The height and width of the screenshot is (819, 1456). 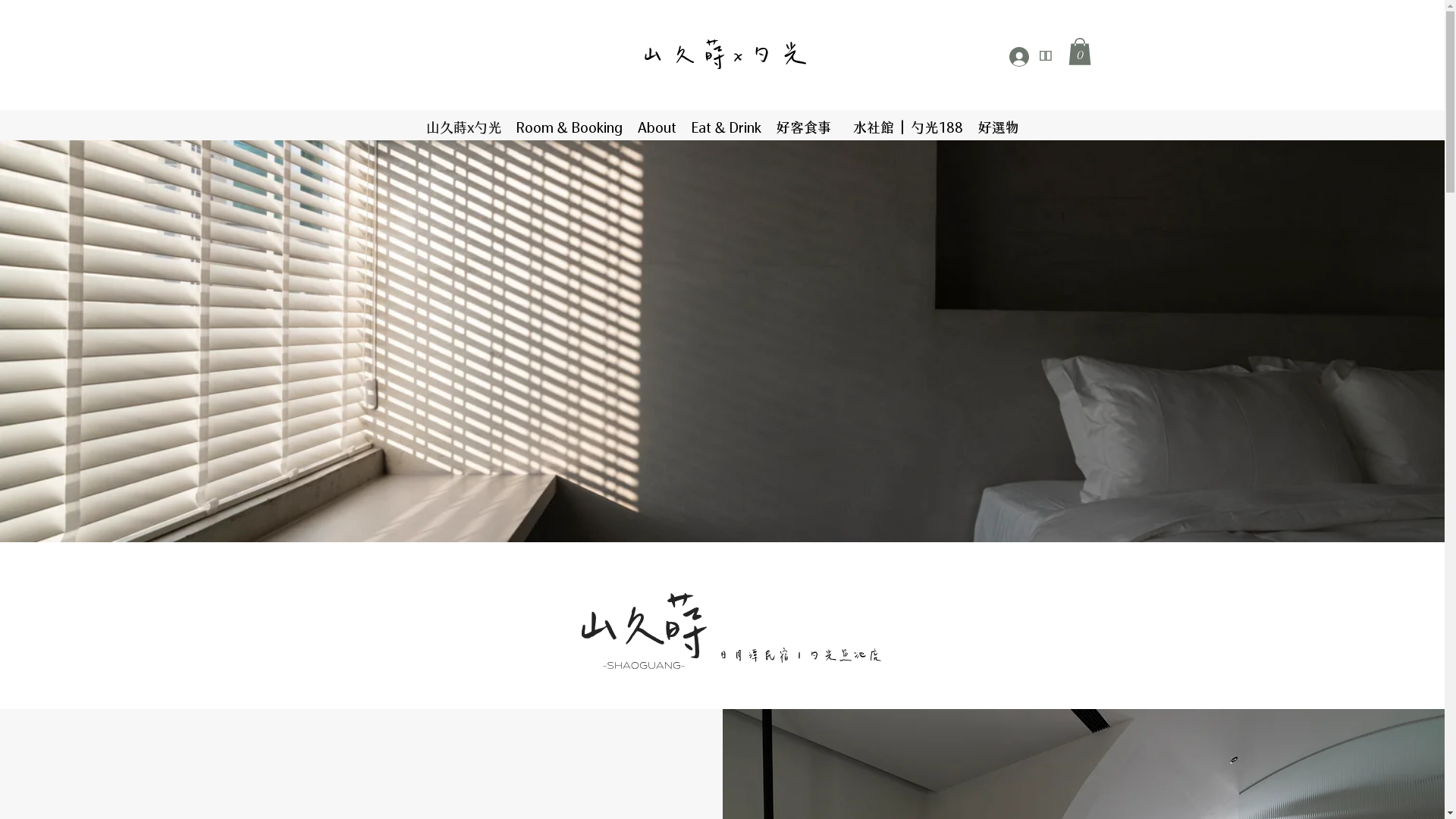 What do you see at coordinates (656, 124) in the screenshot?
I see `'About'` at bounding box center [656, 124].